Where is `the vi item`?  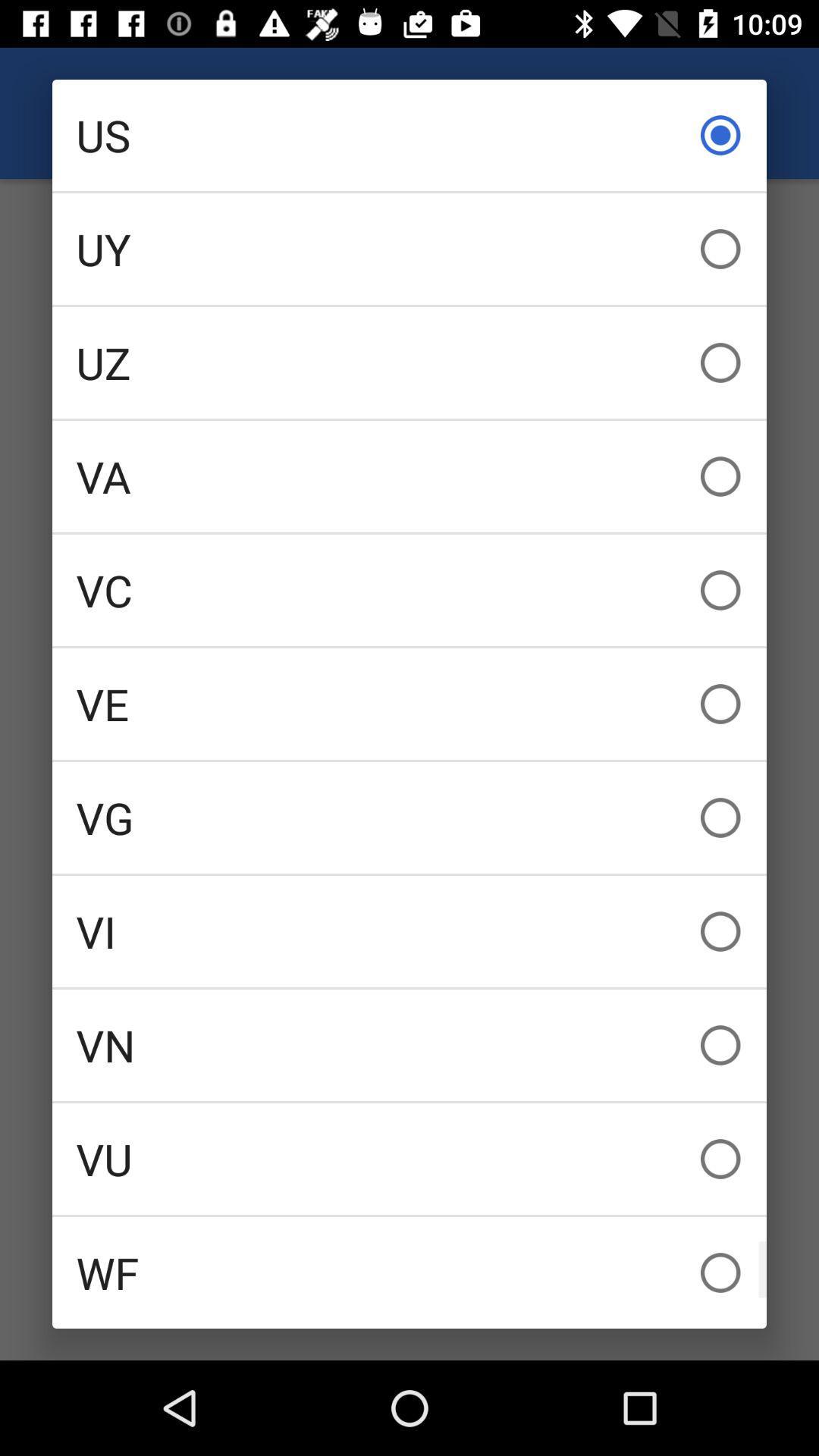
the vi item is located at coordinates (409, 930).